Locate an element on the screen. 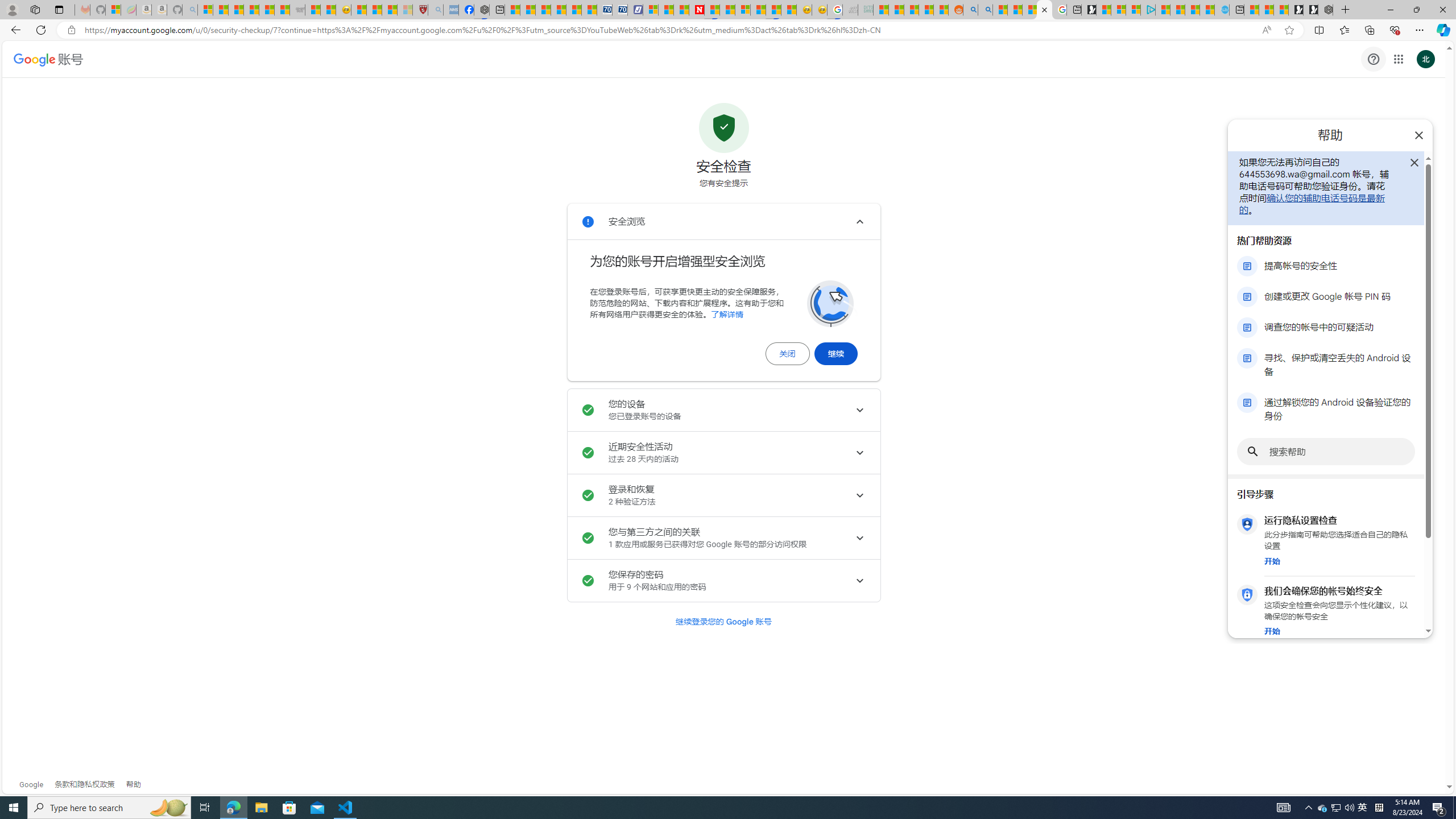 The height and width of the screenshot is (819, 1456). 'Class: gb_E' is located at coordinates (1398, 59).